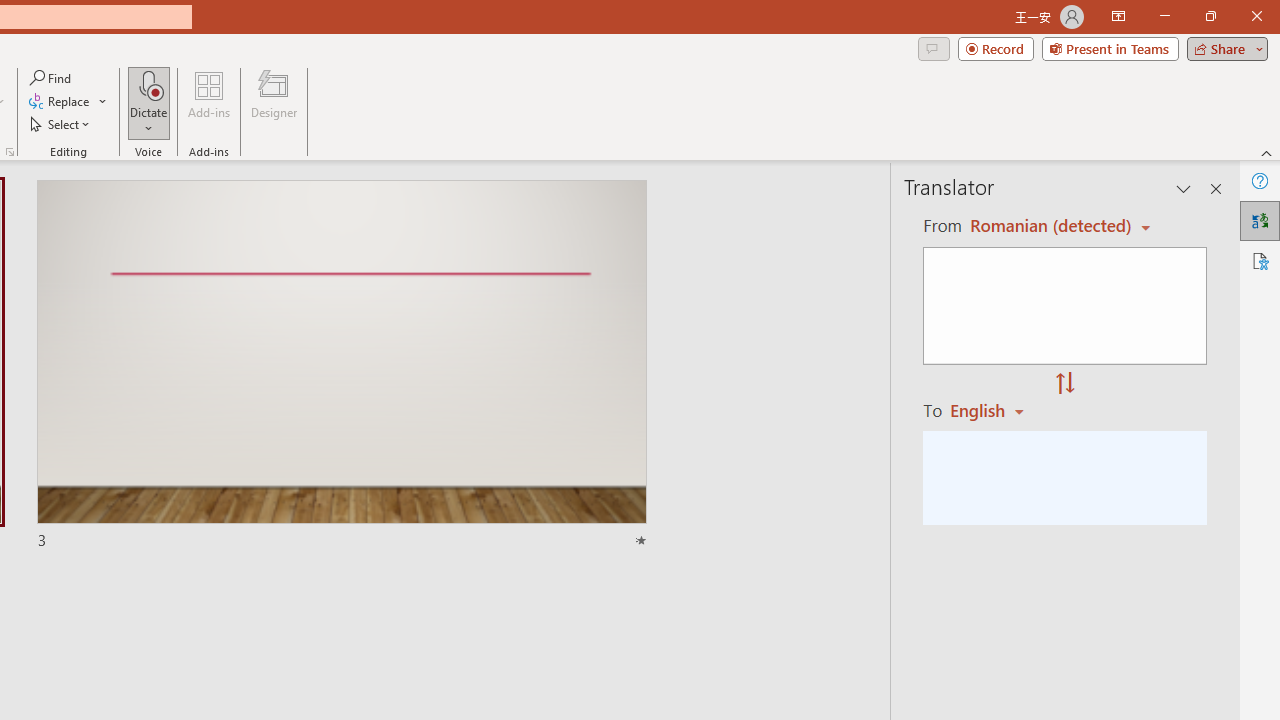 The width and height of the screenshot is (1280, 720). I want to click on 'Select', so click(61, 124).